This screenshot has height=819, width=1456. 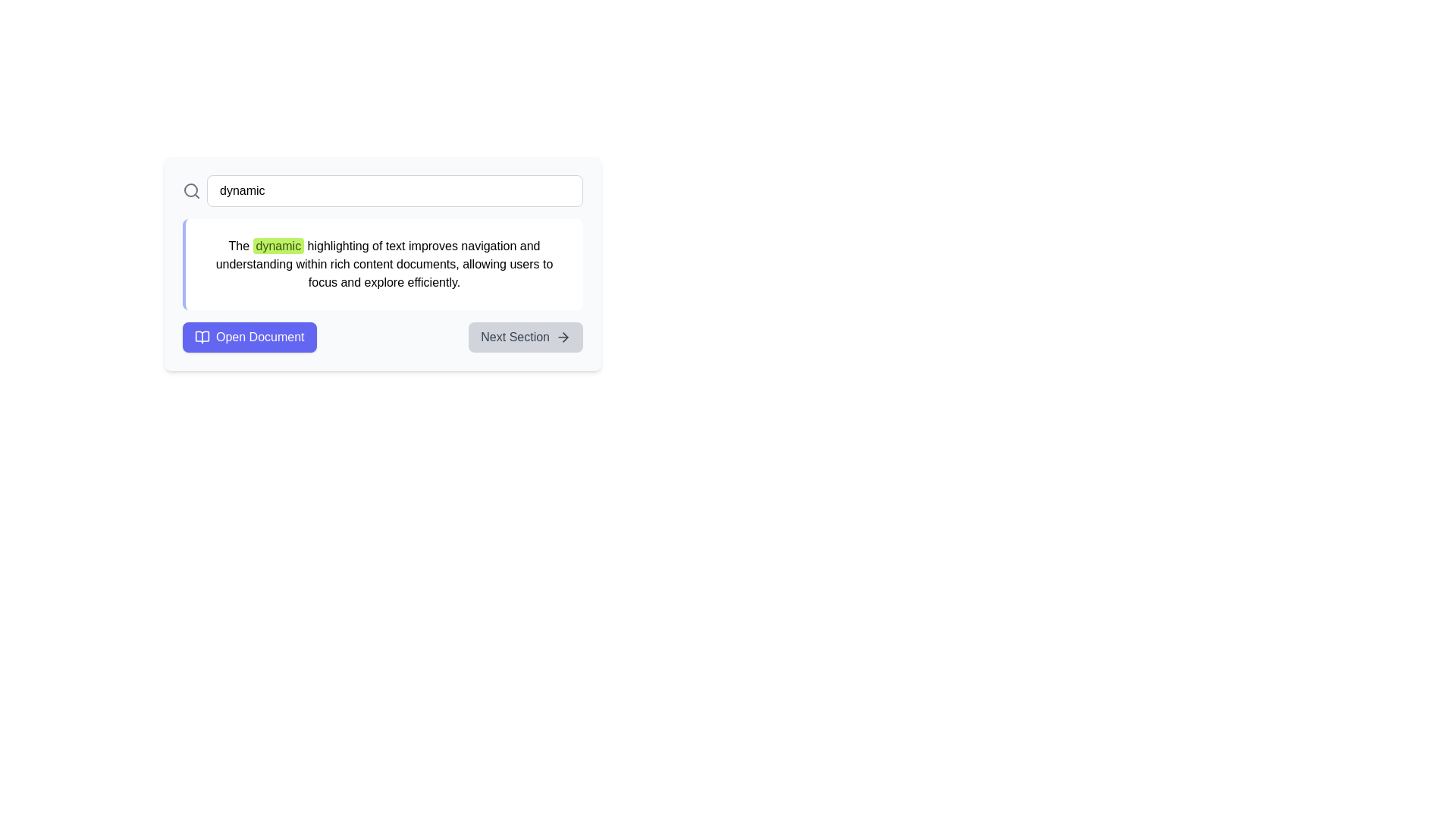 I want to click on the navigation button located to the right of the 'Open Document' button, so click(x=526, y=336).